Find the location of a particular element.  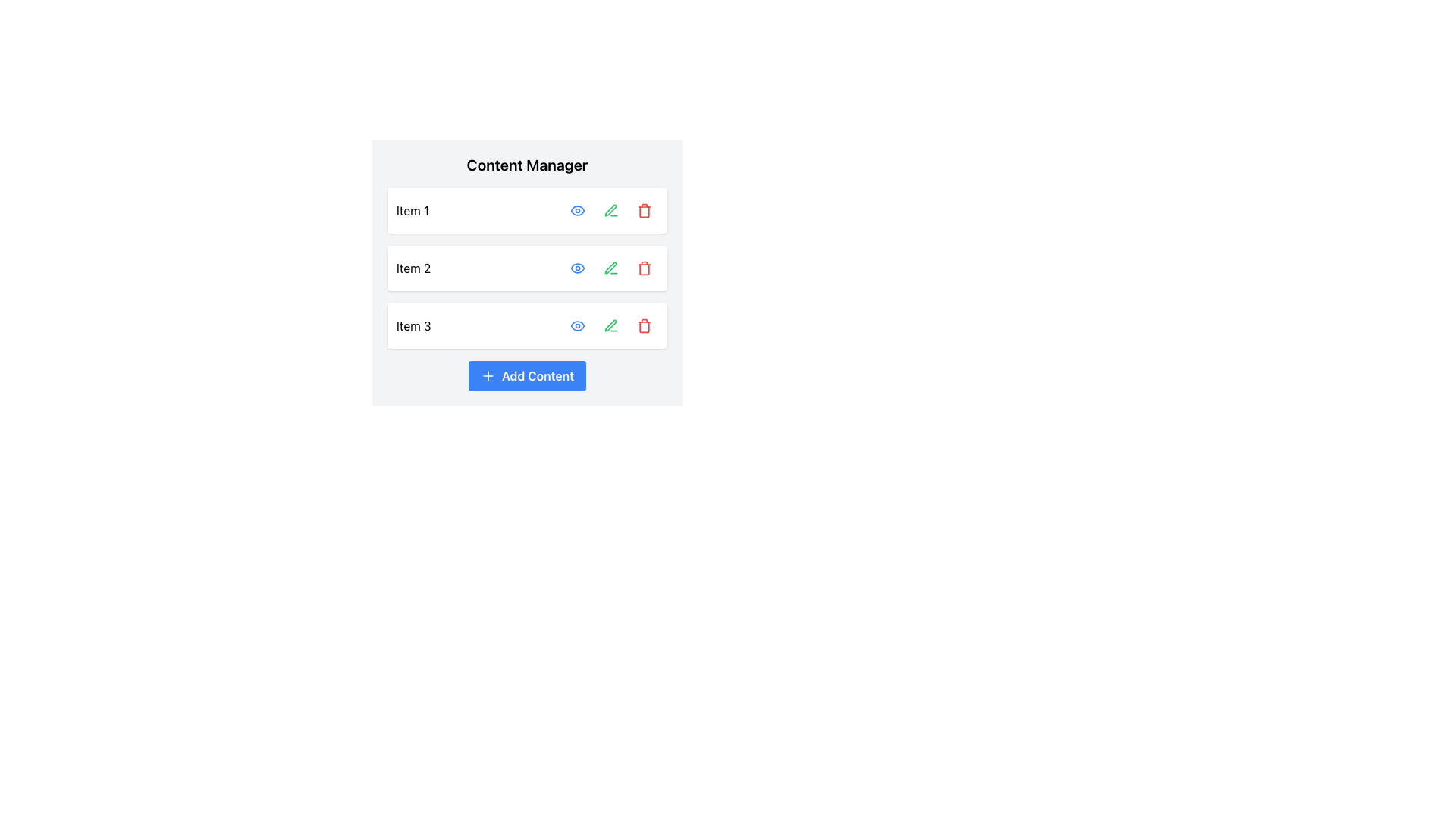

the decorative cross icon located at the left part of the blue 'Add Content' button at the bottom of the content panel is located at coordinates (488, 375).